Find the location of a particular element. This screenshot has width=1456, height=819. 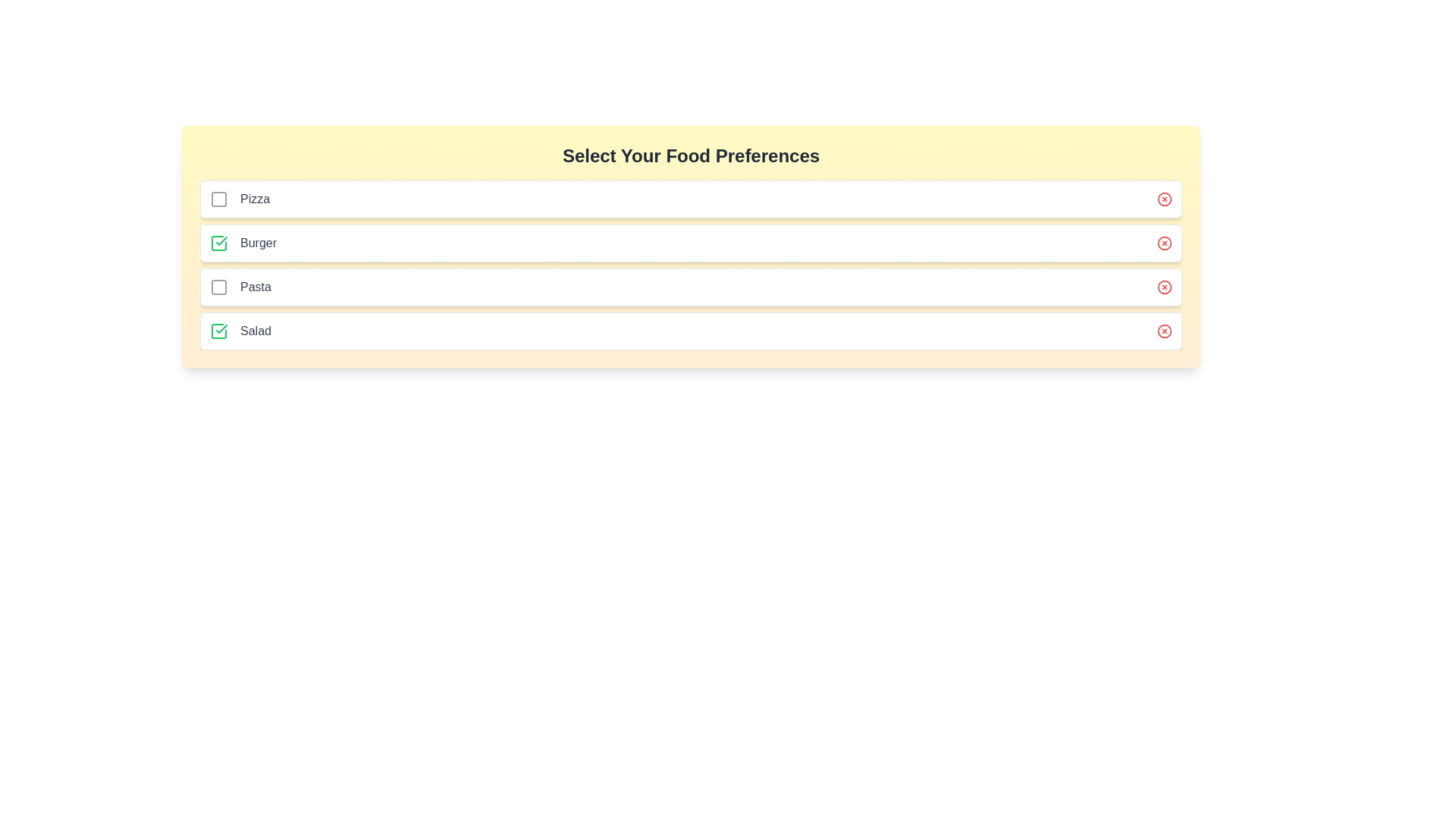

the checkbox indicator representing the 'checked state' for the 'Salad' option in the list of food preferences is located at coordinates (218, 242).